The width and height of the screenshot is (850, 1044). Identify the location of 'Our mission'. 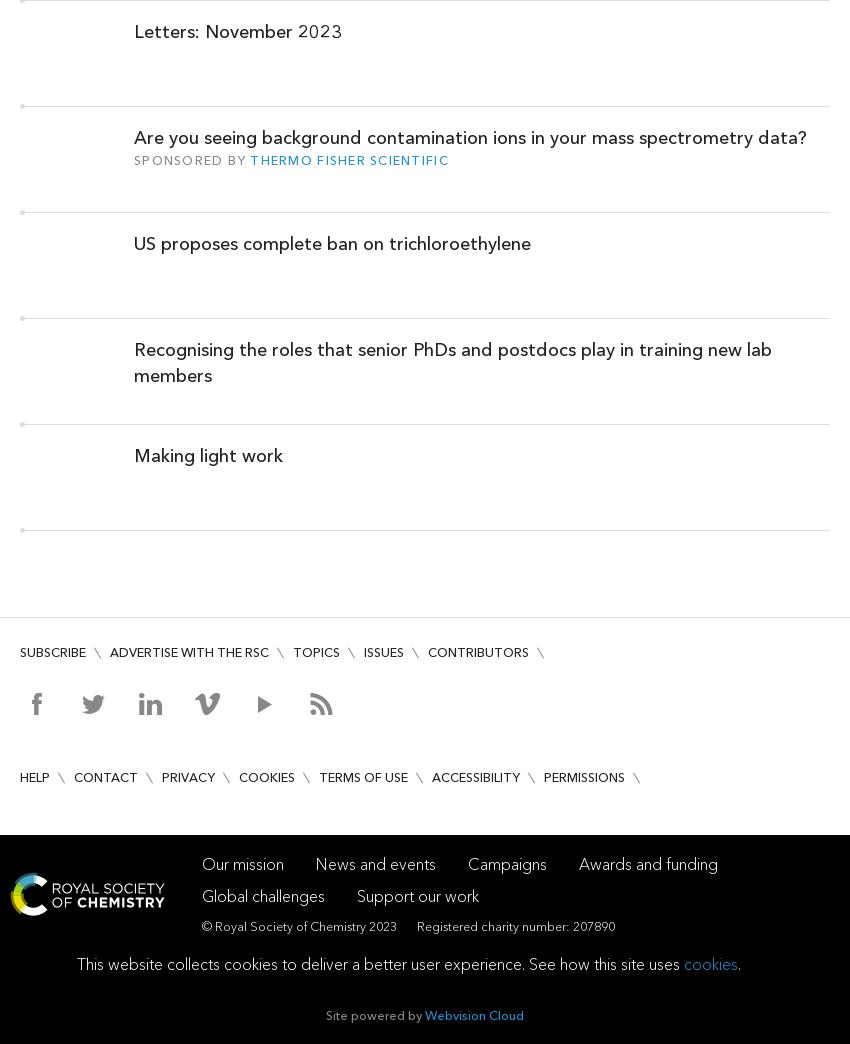
(243, 863).